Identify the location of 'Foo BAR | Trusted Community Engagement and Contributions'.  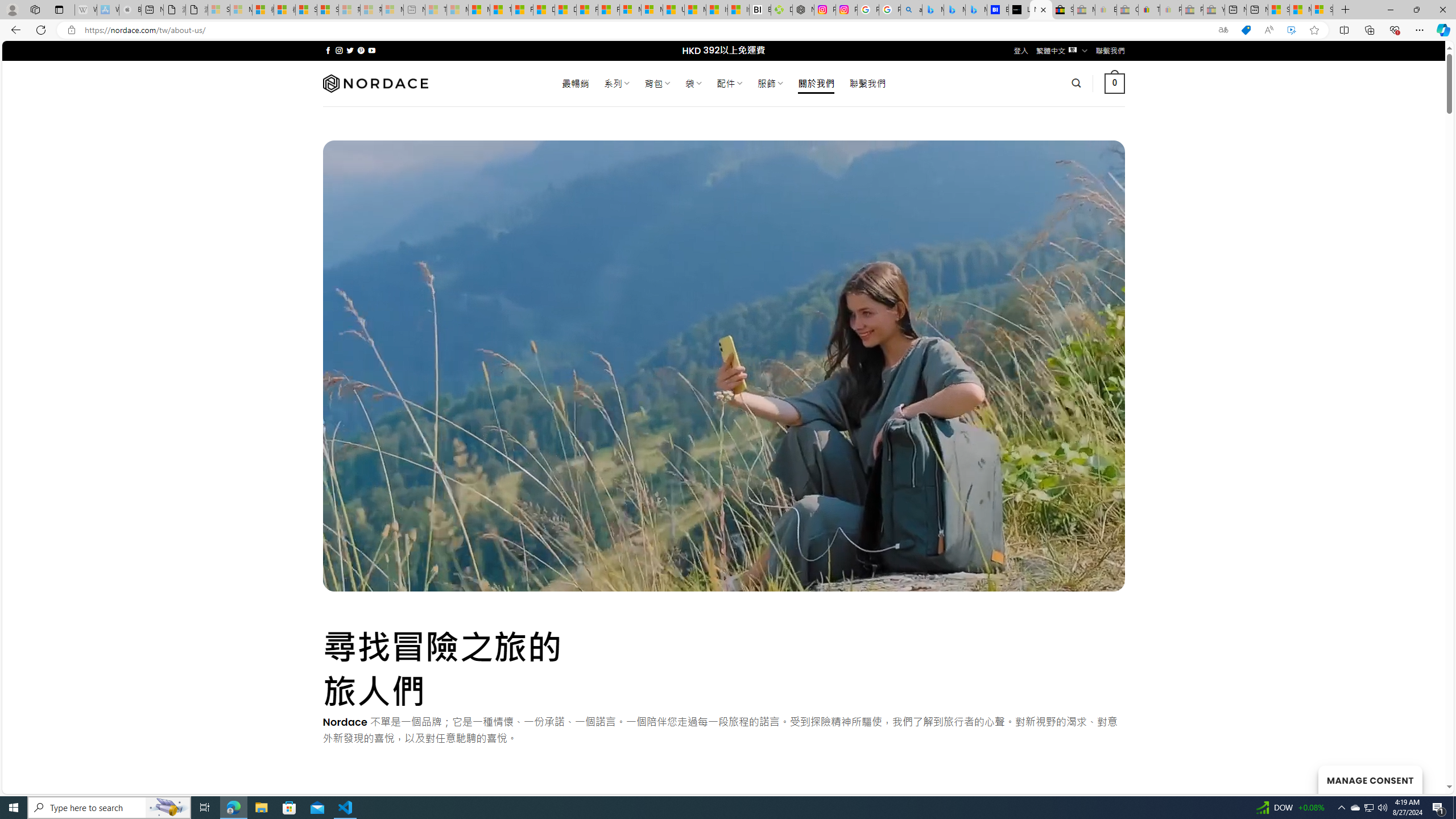
(608, 9).